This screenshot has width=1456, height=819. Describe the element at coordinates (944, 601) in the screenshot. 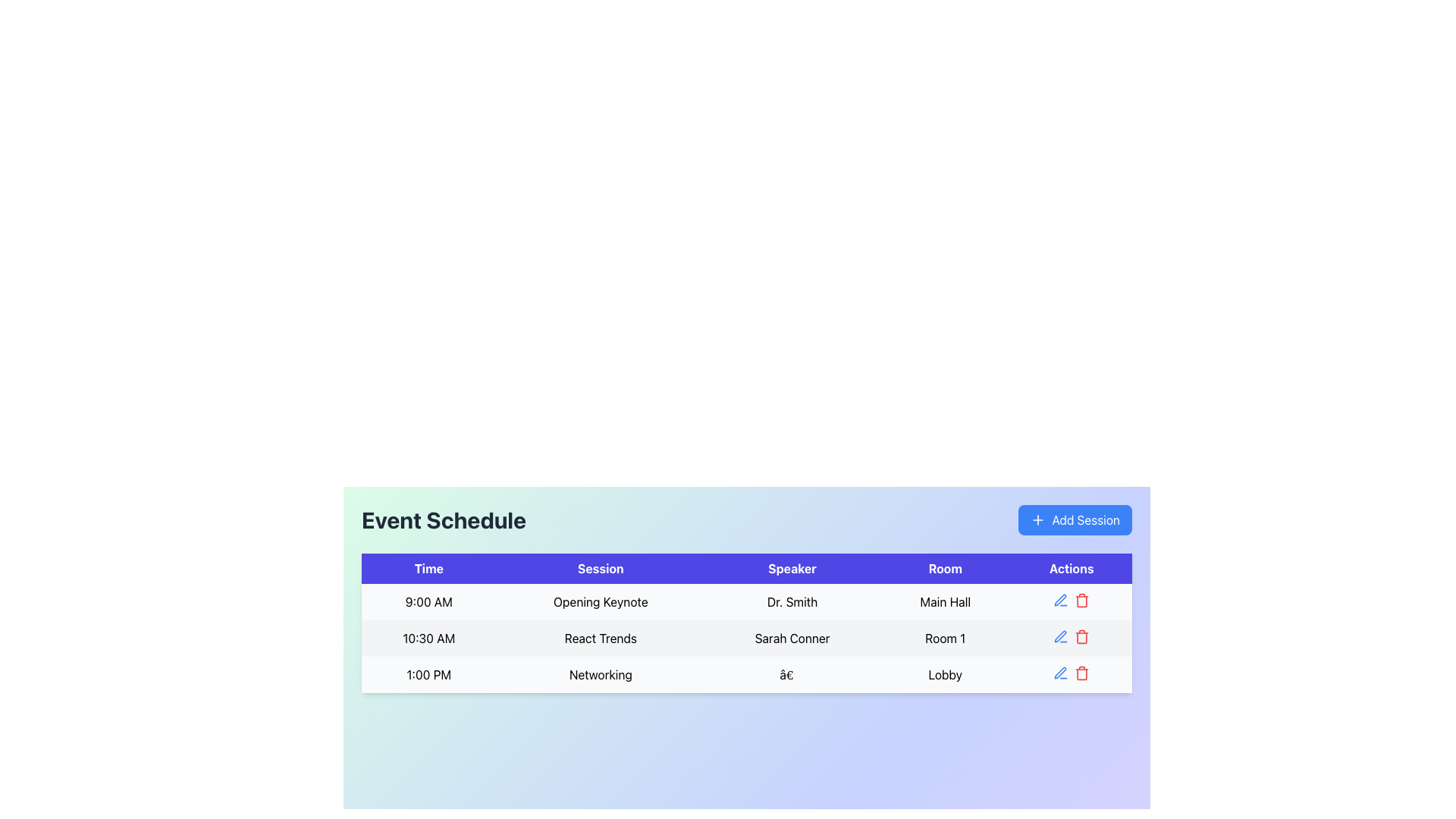

I see `the 'Main Hall' text label located in the fourth column of the first row in the table layout` at that location.